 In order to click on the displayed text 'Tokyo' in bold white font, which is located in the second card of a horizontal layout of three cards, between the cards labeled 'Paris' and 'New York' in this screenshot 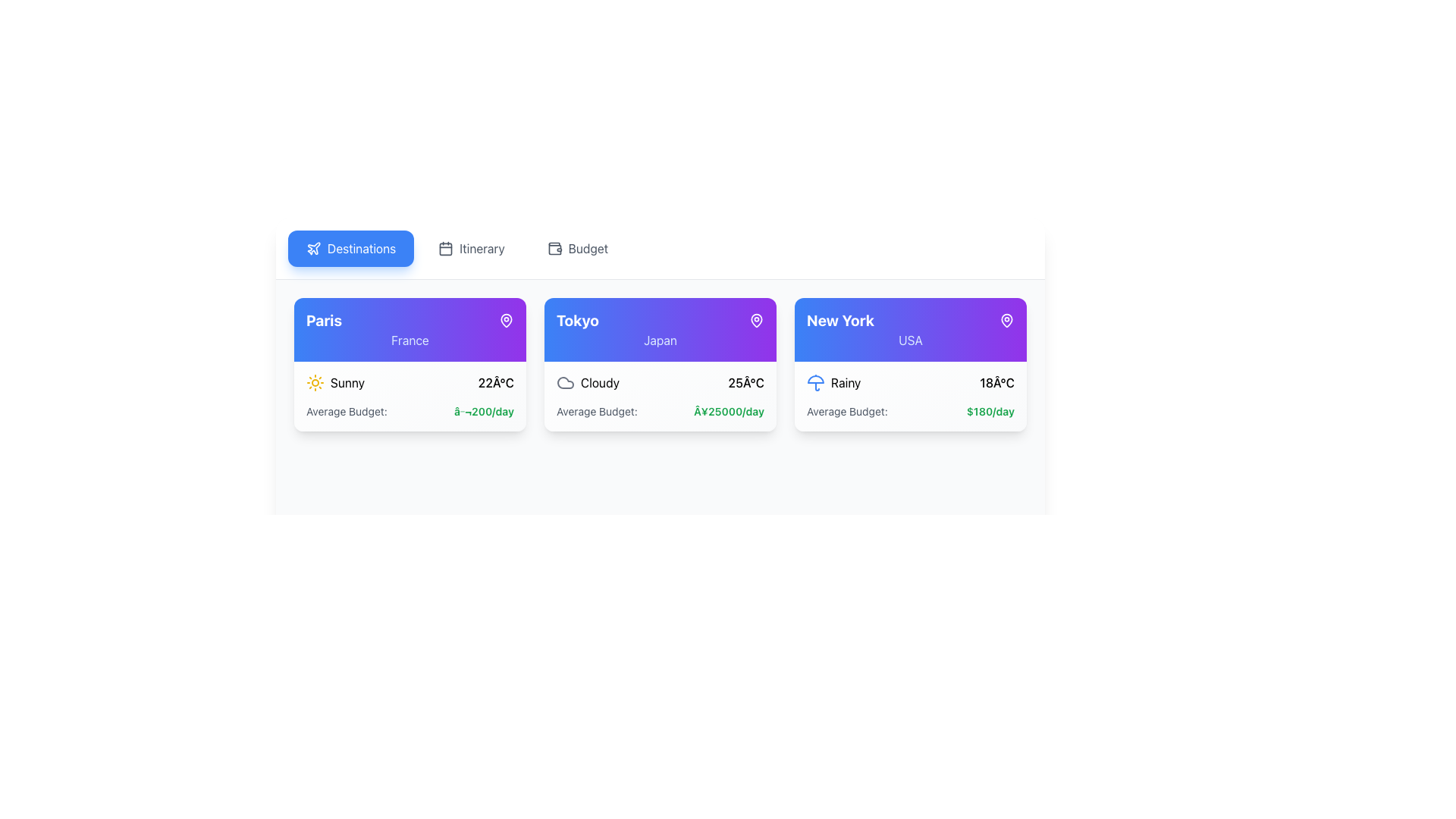, I will do `click(660, 320)`.